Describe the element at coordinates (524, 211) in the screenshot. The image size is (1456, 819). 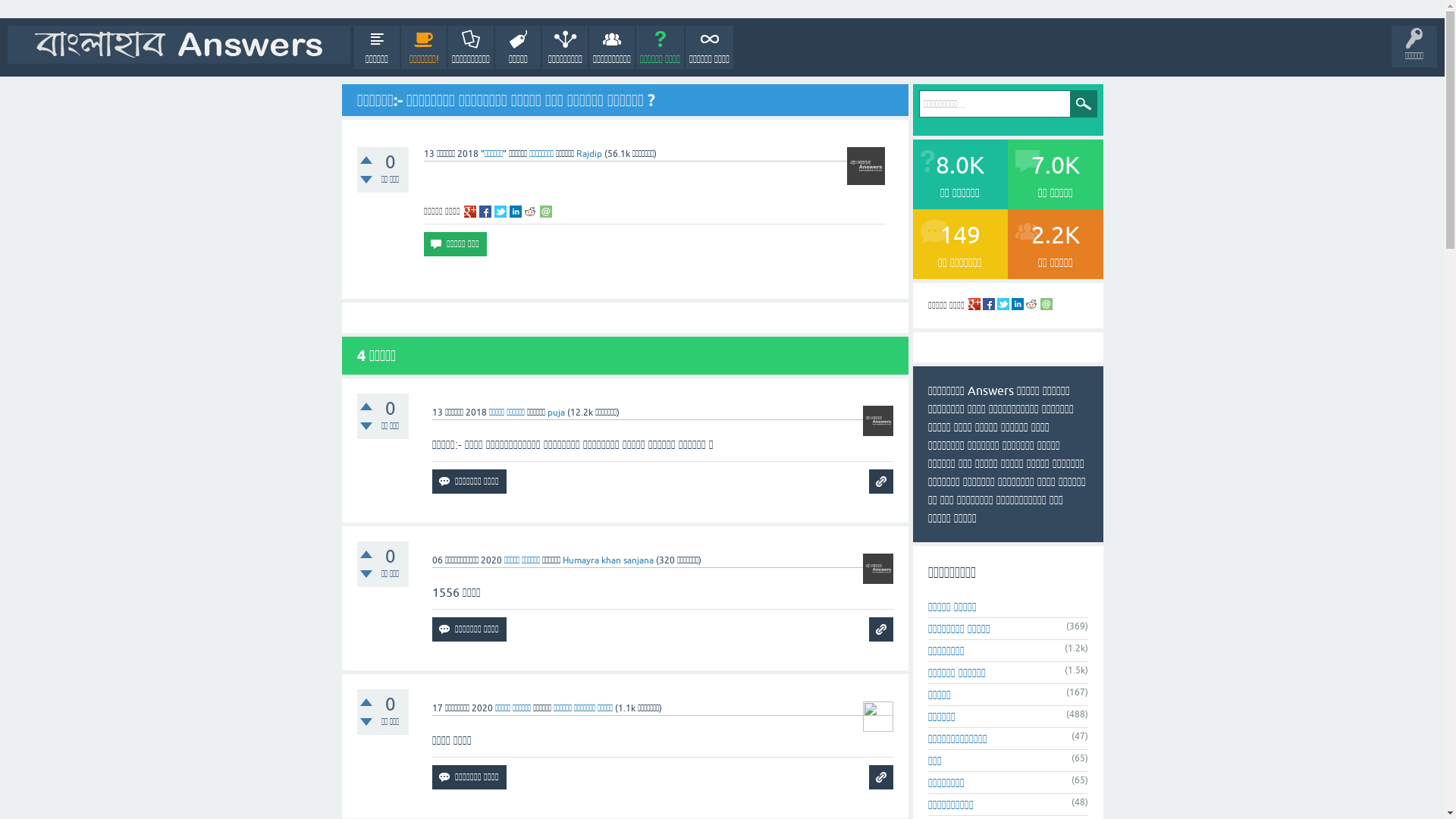
I see `'share on re'` at that location.